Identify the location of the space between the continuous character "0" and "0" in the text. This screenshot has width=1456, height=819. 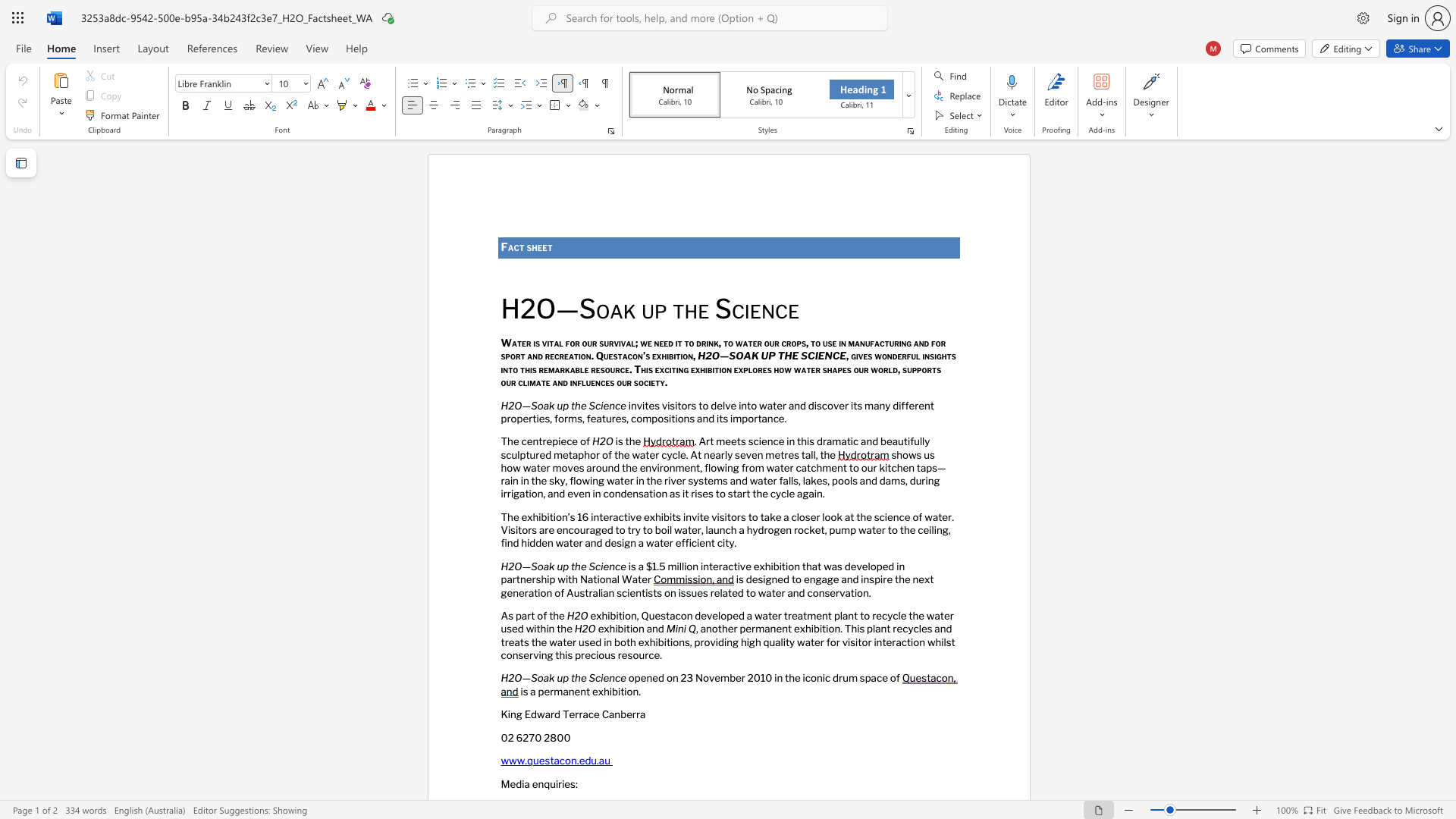
(563, 736).